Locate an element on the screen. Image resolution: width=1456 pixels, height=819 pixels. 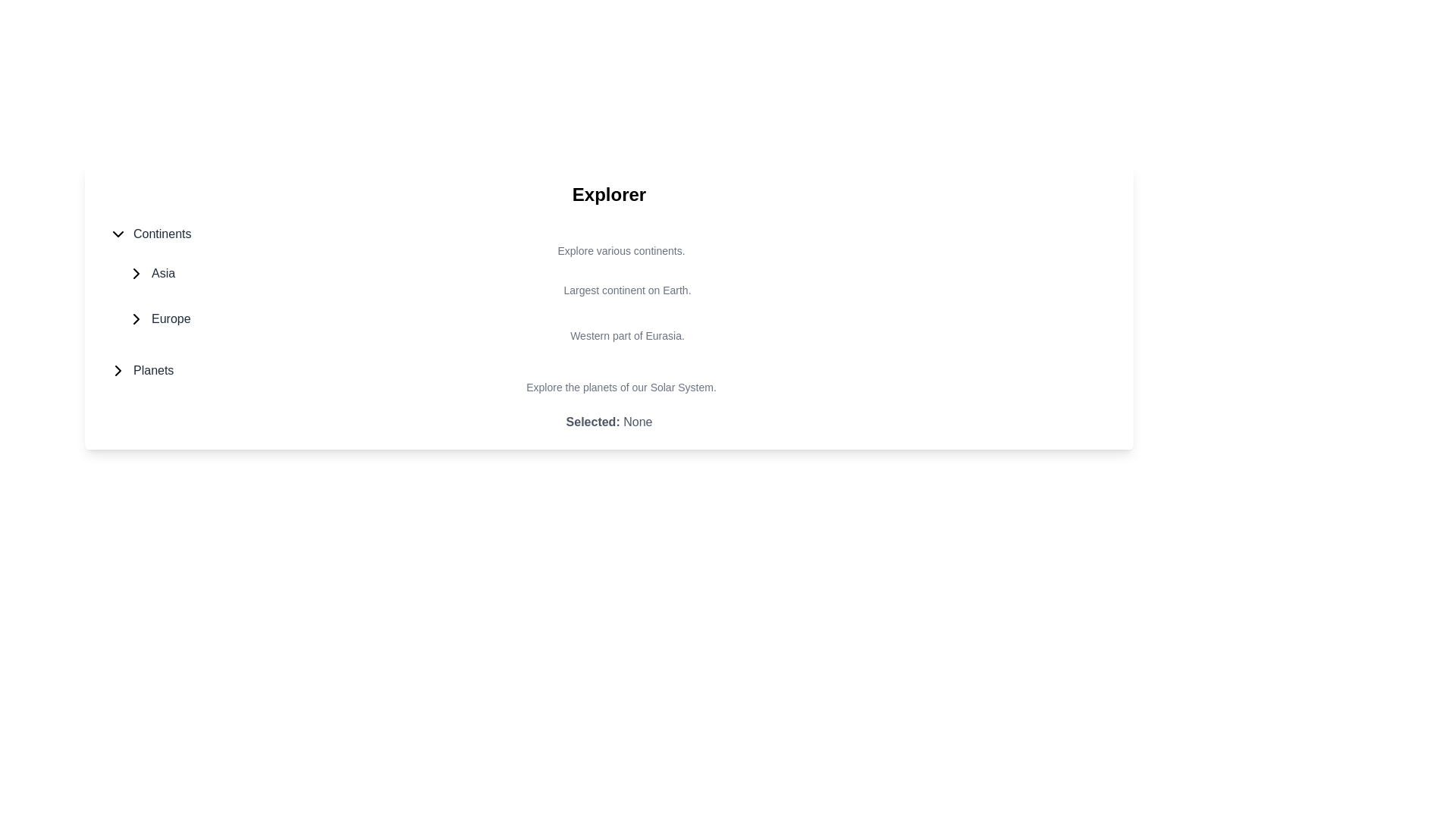
the static text label that provides additional context about the 'Planets' section, positioned directly below the heading 'Planets' and aligned to the left margin is located at coordinates (609, 386).